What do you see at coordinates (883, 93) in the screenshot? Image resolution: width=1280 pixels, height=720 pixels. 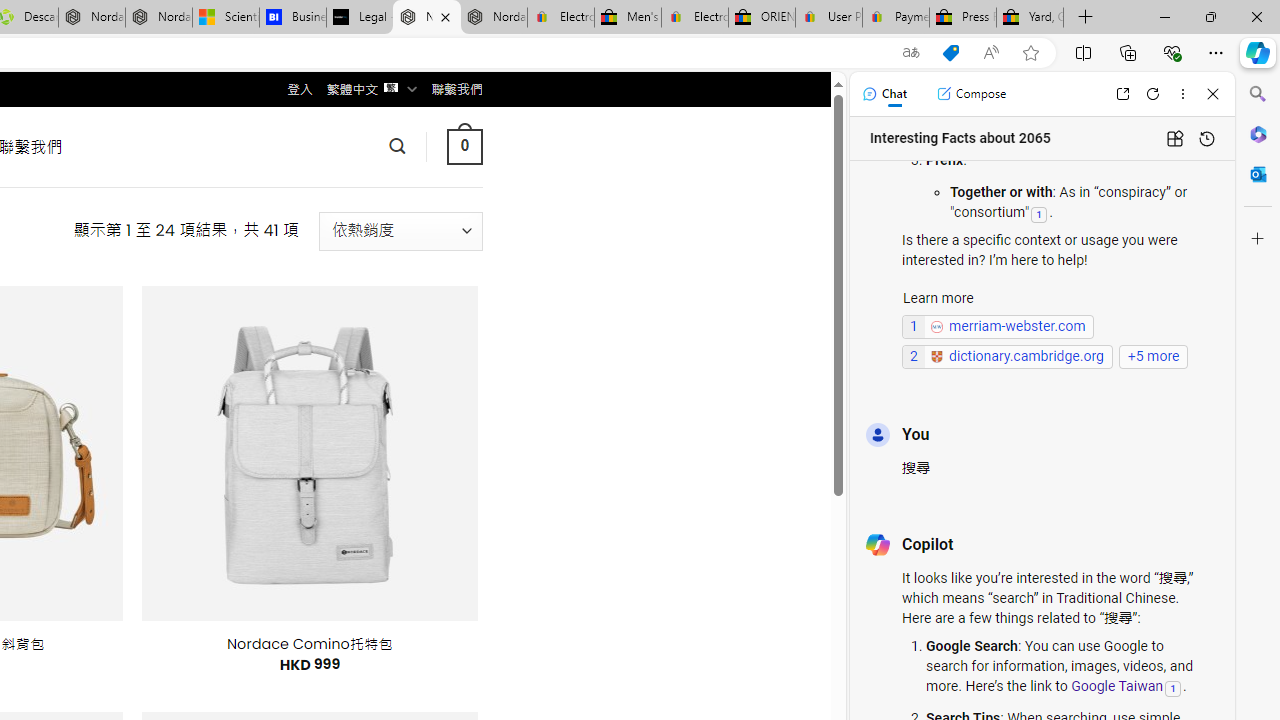 I see `'Chat'` at bounding box center [883, 93].